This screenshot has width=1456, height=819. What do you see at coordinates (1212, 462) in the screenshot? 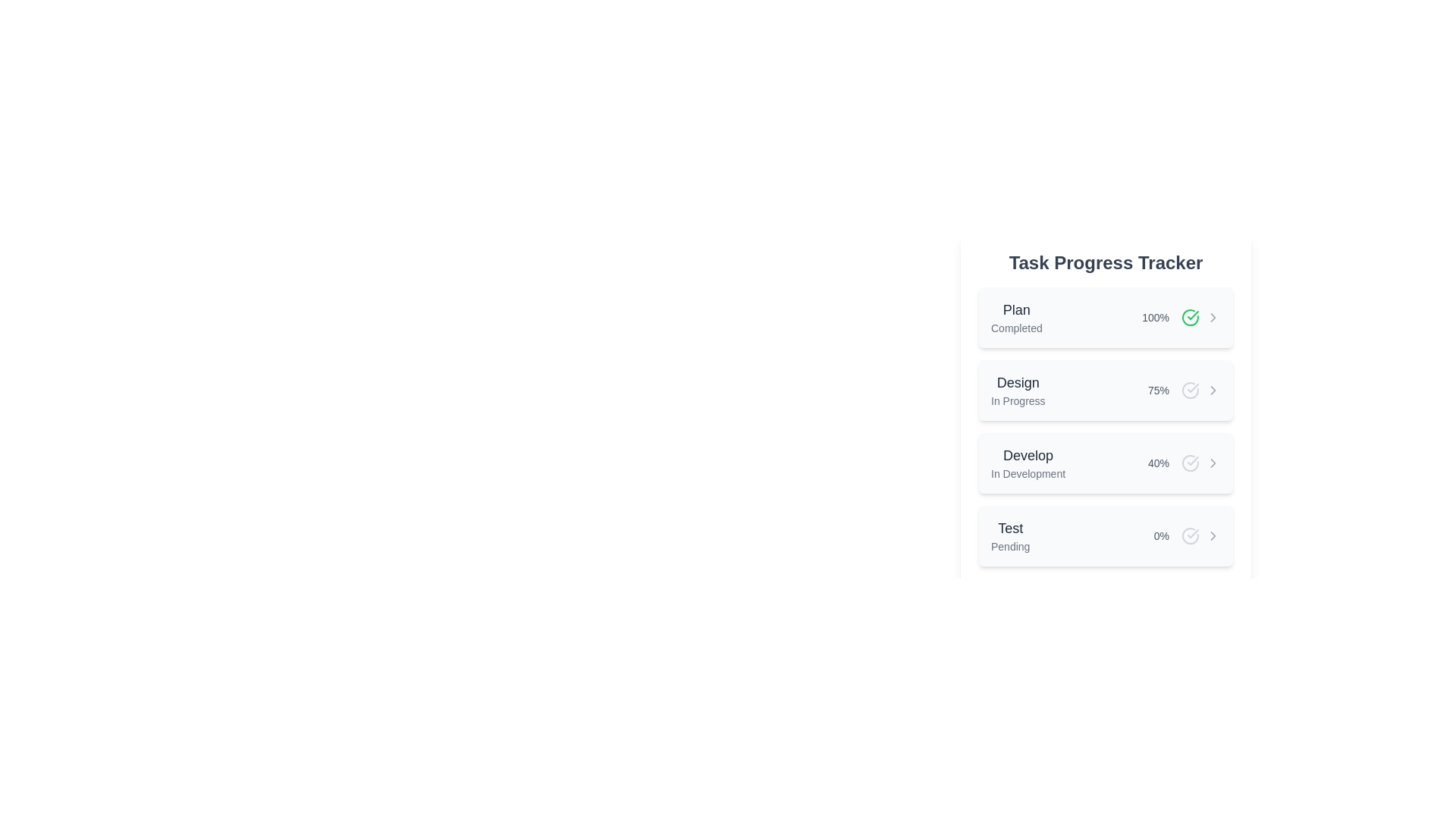
I see `the Chevron icon located at the rightmost edge of the 'Develop' section next to the '40%' text` at bounding box center [1212, 462].